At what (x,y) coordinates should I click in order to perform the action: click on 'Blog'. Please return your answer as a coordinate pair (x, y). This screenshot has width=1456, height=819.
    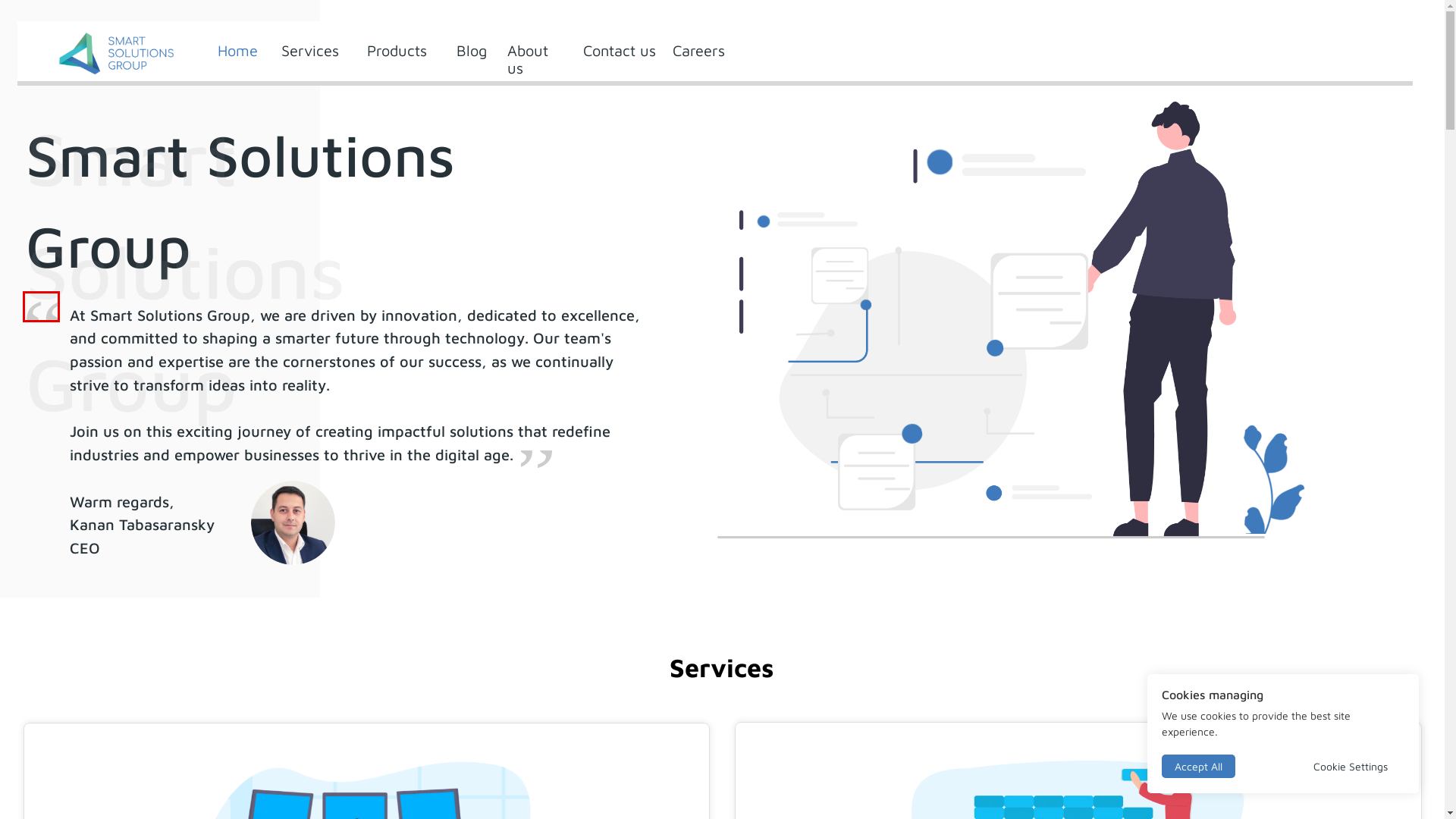
    Looking at the image, I should click on (455, 49).